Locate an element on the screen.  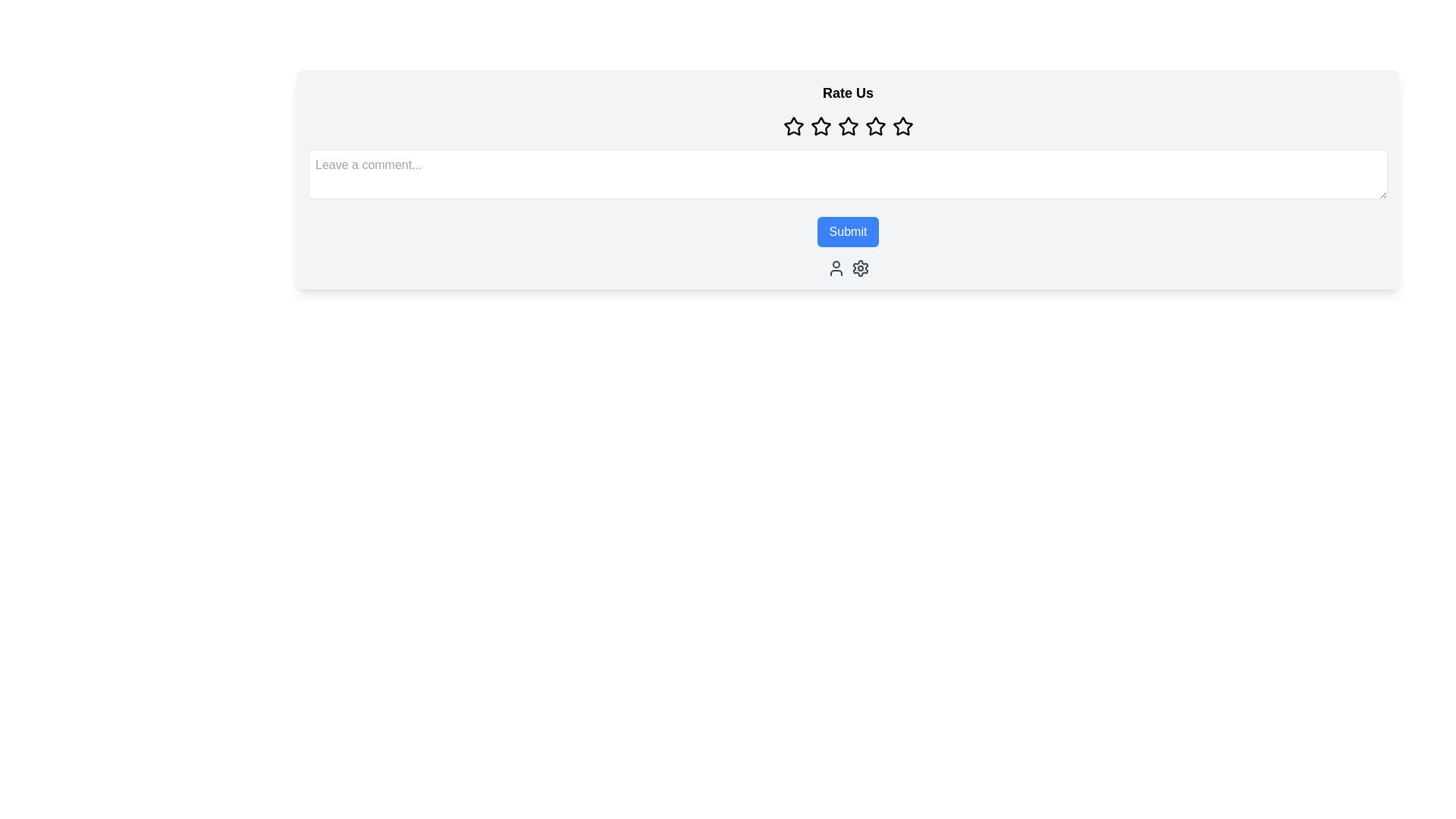
one of the star icons in the Rating component, which is a horizontal group of five outlined star icons located beneath the title 'Rate Us' and above the text input field is located at coordinates (847, 125).